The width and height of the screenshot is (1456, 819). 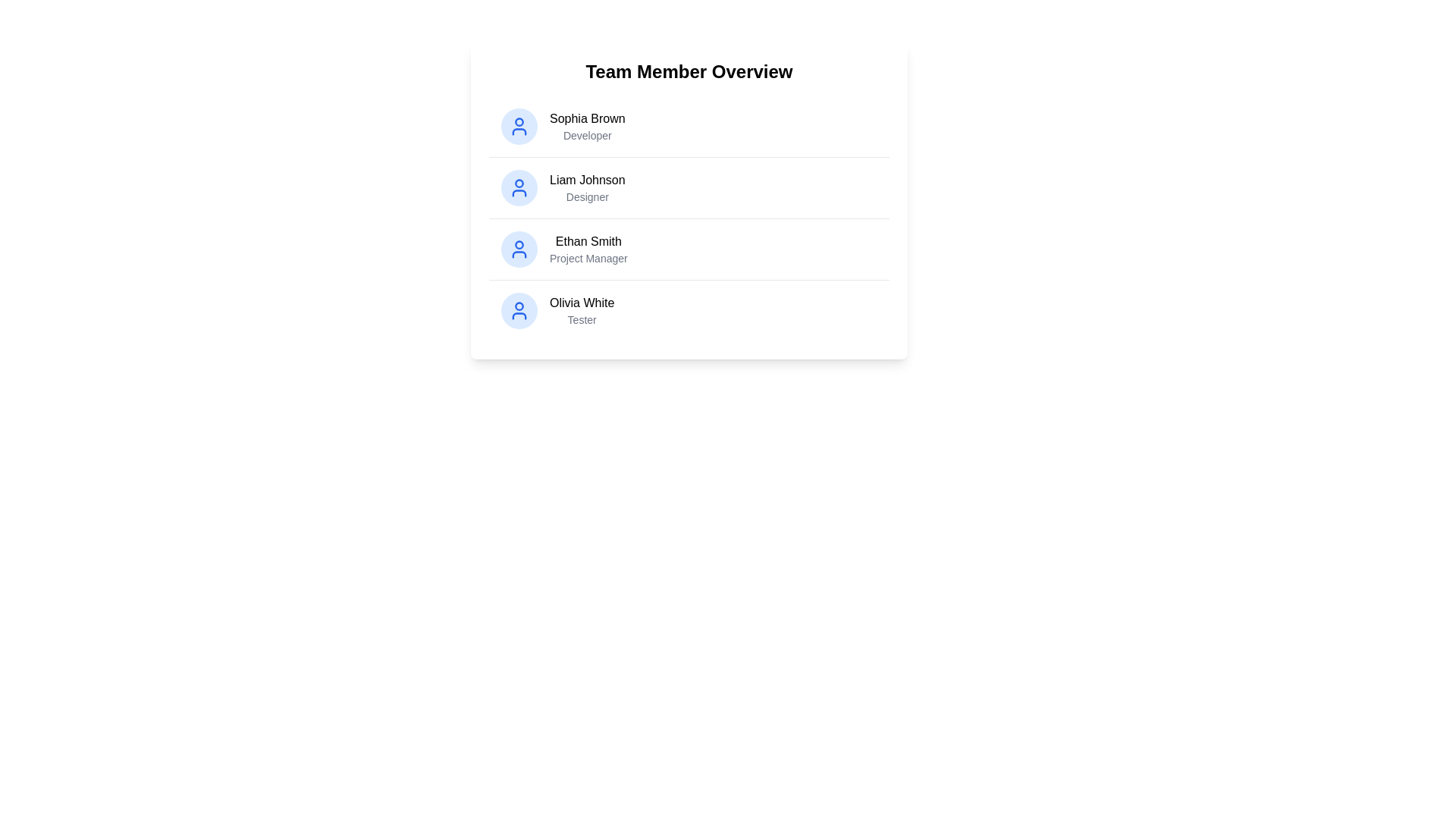 I want to click on the Circle inside the SVG icon representing the user avatar for Ethan Smith, Project Manager, located to the left of the name and role text, so click(x=519, y=244).